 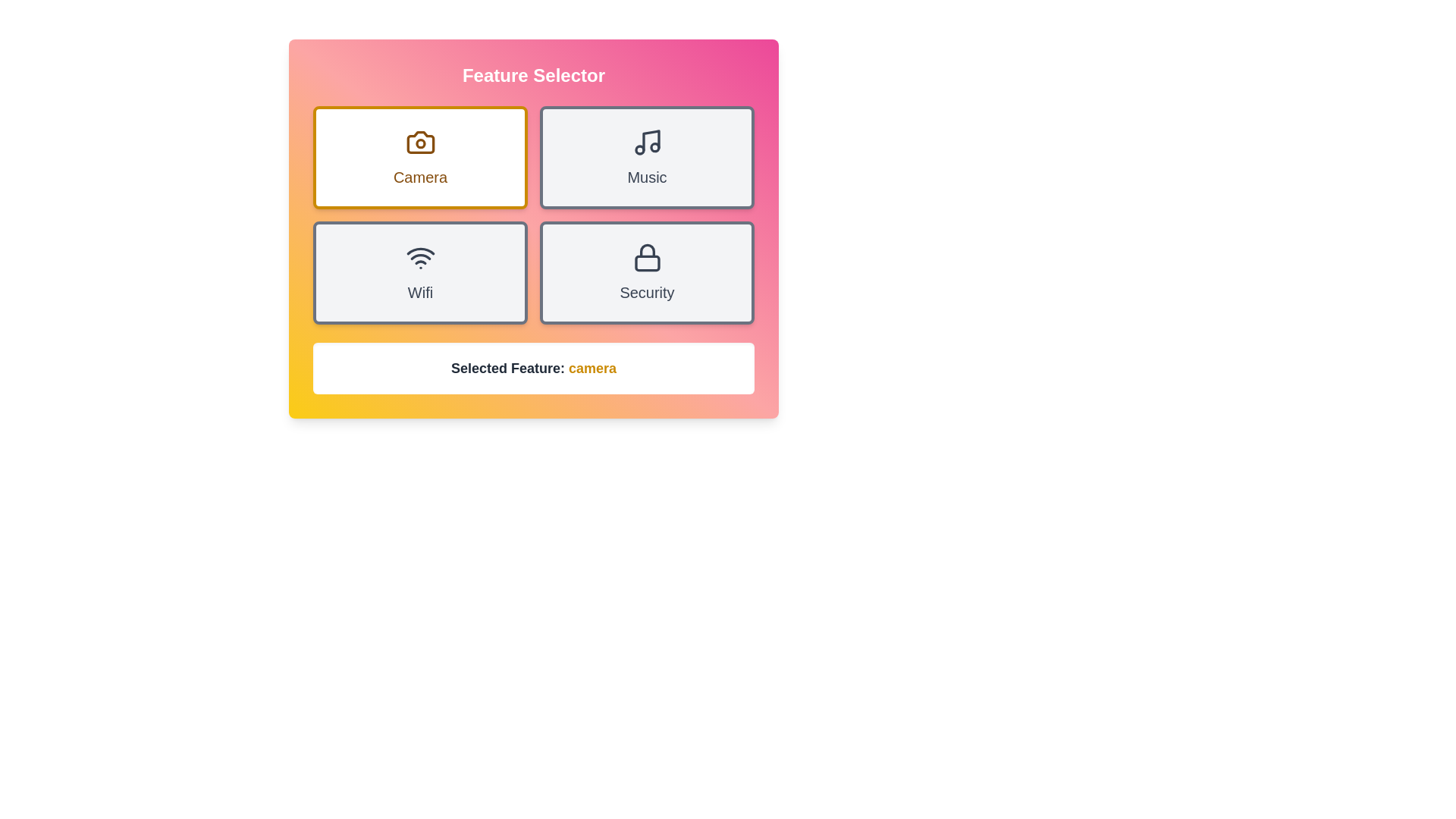 What do you see at coordinates (420, 256) in the screenshot?
I see `the second arc of the WiFi signal icon, which is part of the button labeled 'Wifi' located in the lower-left quadrant of the feature selector panel` at bounding box center [420, 256].